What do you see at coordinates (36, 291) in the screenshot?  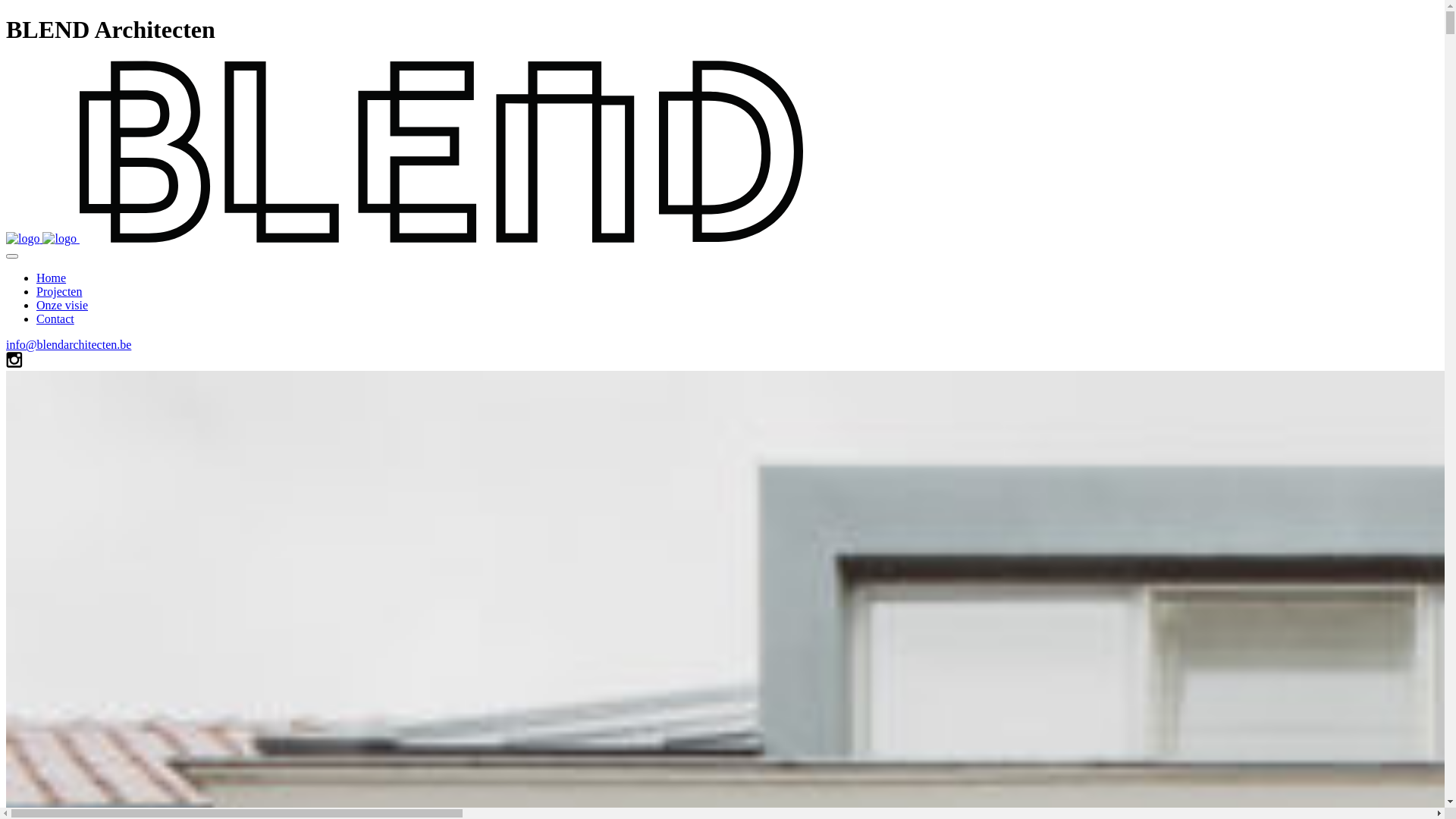 I see `'Projecten'` at bounding box center [36, 291].